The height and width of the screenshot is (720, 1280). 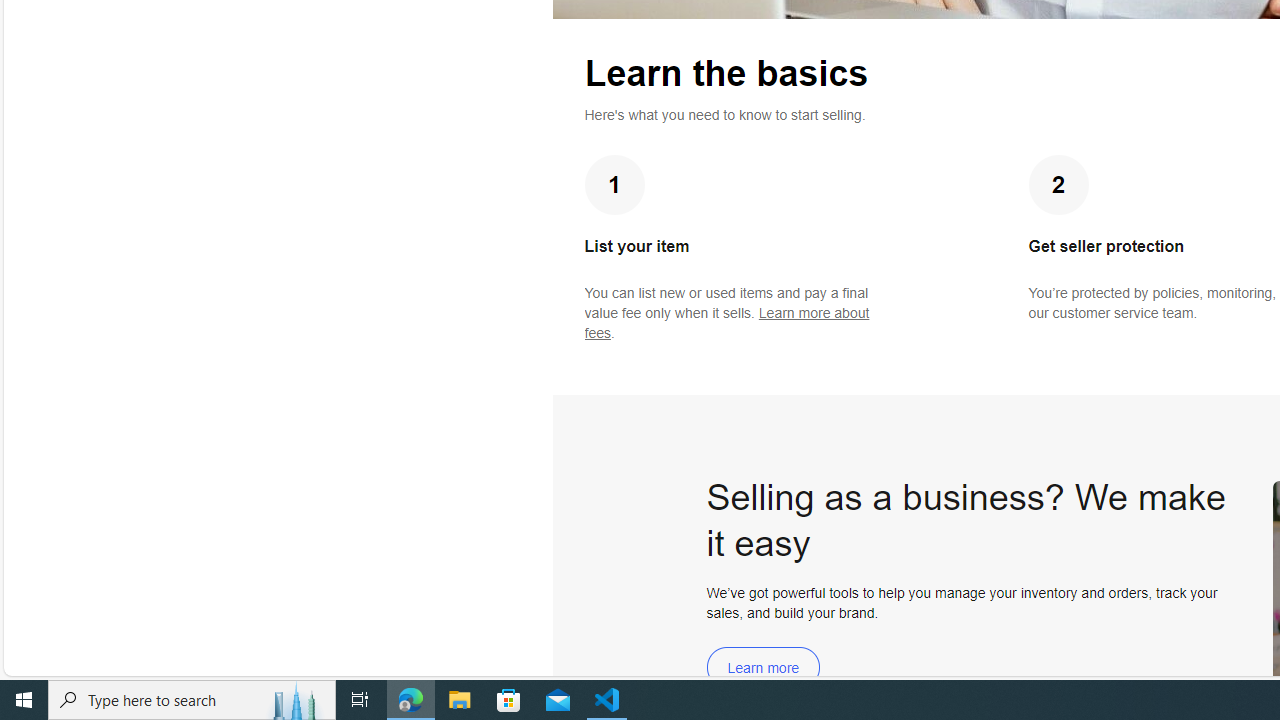 I want to click on 'Learn more', so click(x=762, y=667).